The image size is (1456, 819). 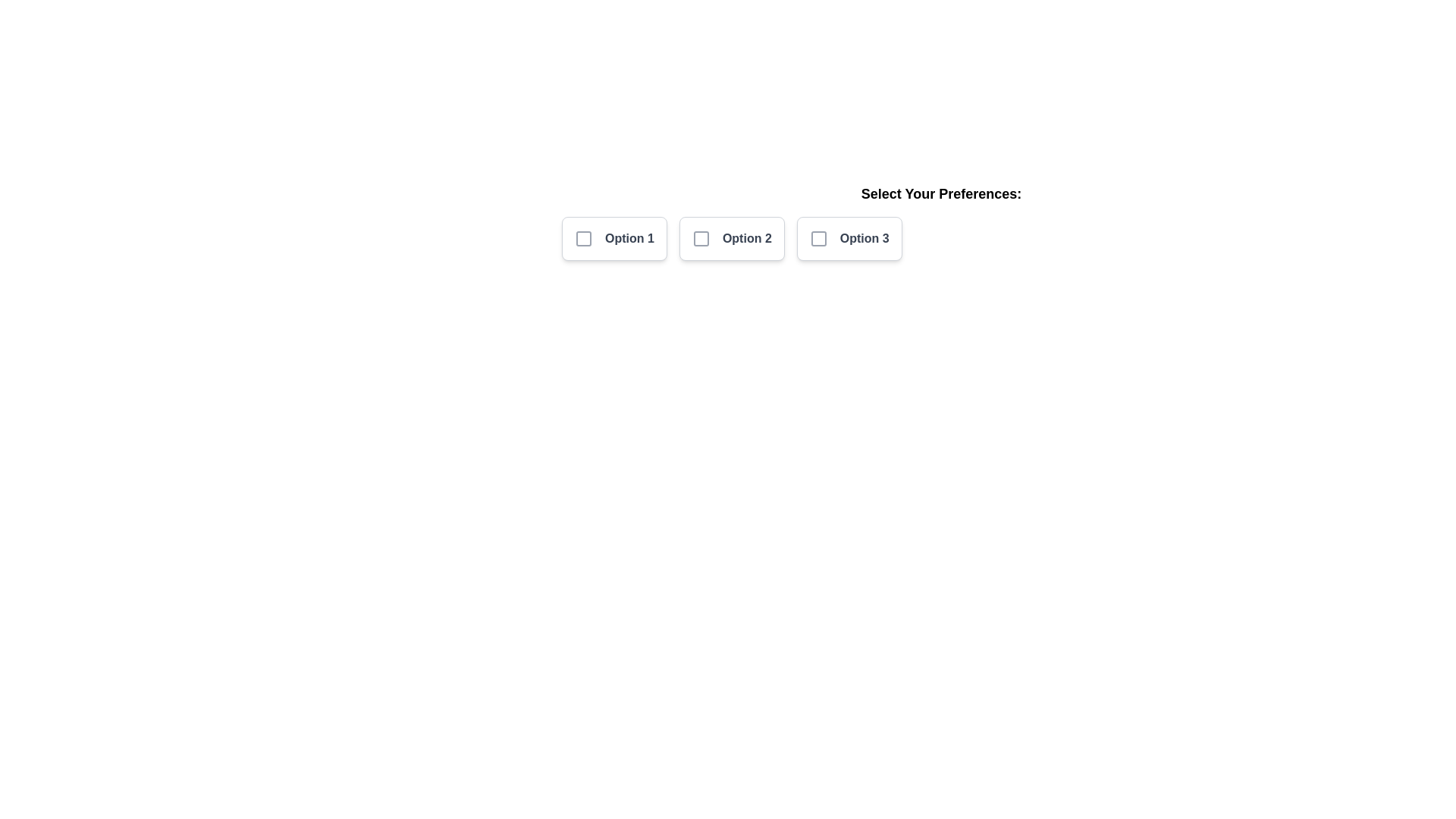 I want to click on the hollow, gray-outlined checkbox located to the left of the text 'Option 2' under the heading 'Select Your Preferences:', so click(x=700, y=239).